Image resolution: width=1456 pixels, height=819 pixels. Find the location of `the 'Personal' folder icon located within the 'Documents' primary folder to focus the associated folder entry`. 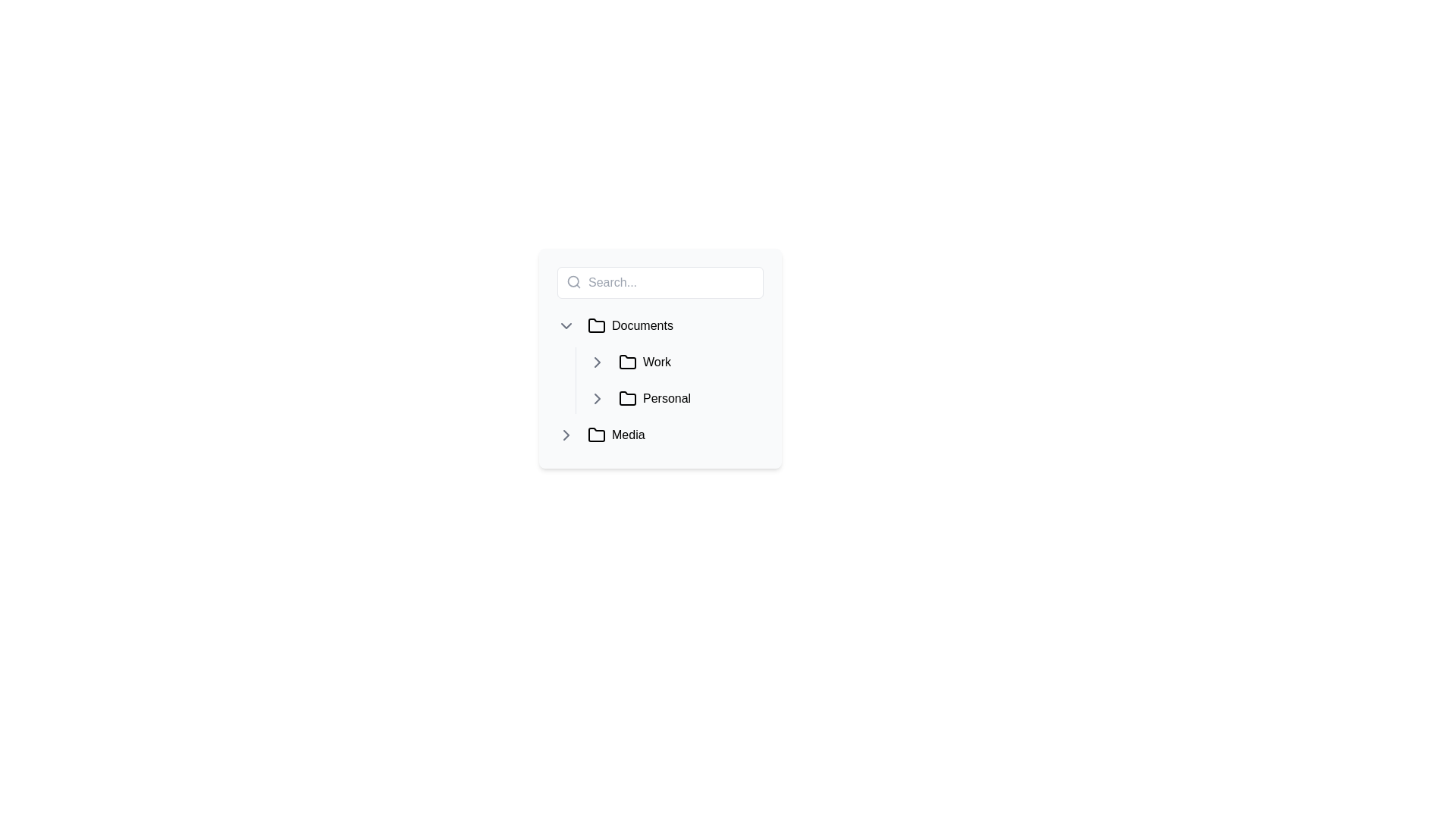

the 'Personal' folder icon located within the 'Documents' primary folder to focus the associated folder entry is located at coordinates (628, 397).